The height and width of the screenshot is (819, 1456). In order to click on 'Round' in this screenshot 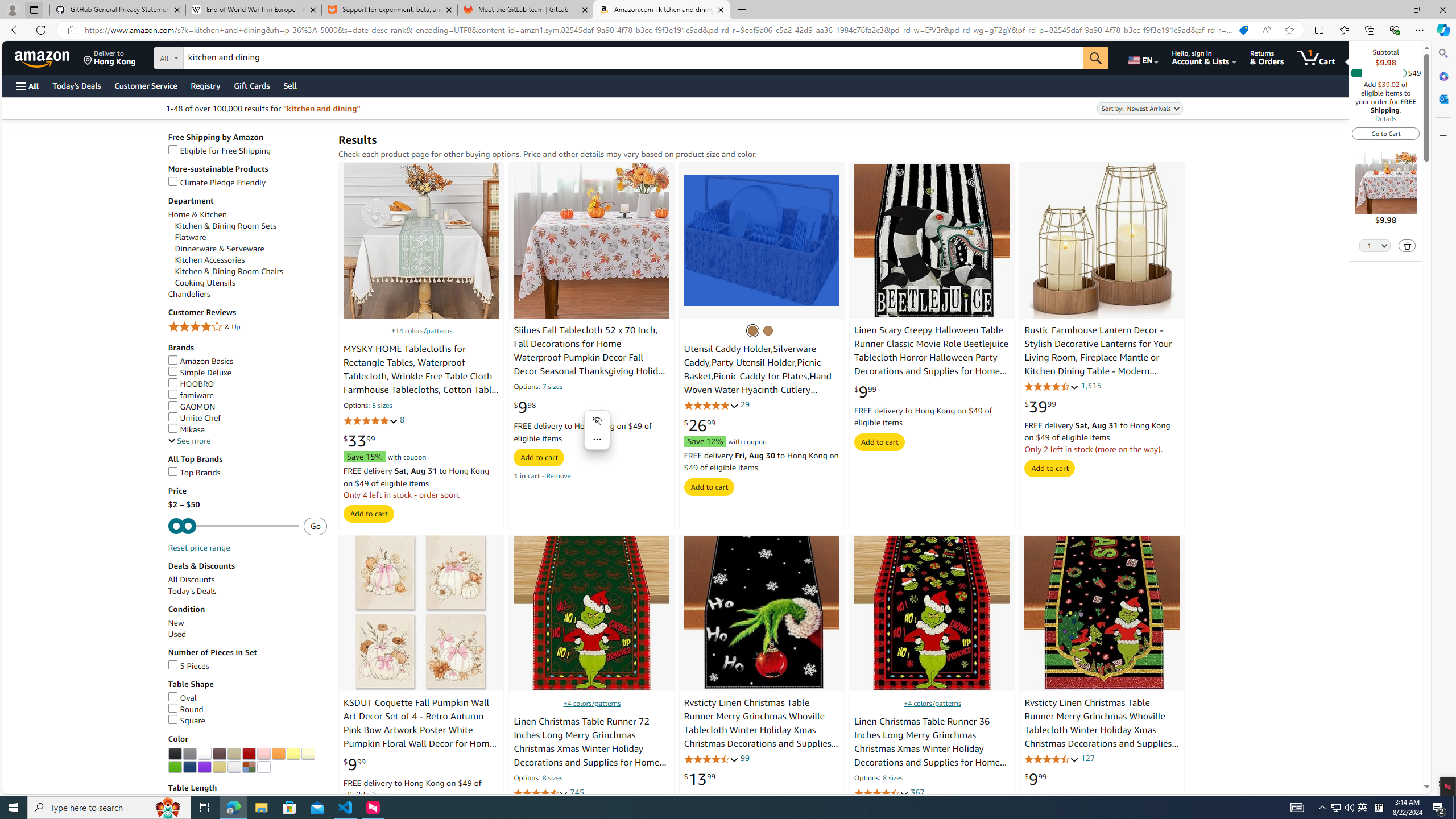, I will do `click(185, 709)`.